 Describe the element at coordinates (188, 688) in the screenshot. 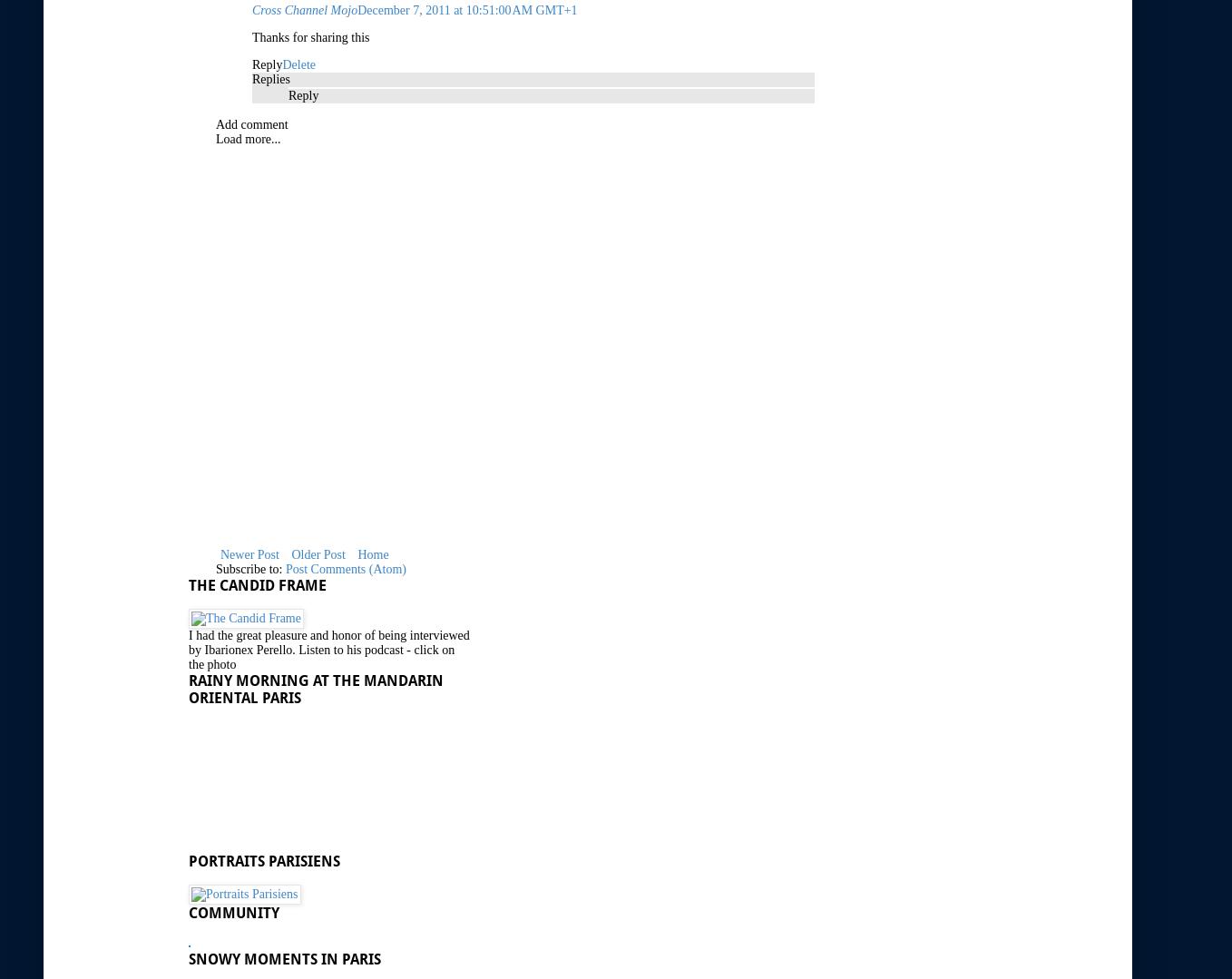

I see `'Rainy morning at the Mandarin Oriental Paris'` at that location.